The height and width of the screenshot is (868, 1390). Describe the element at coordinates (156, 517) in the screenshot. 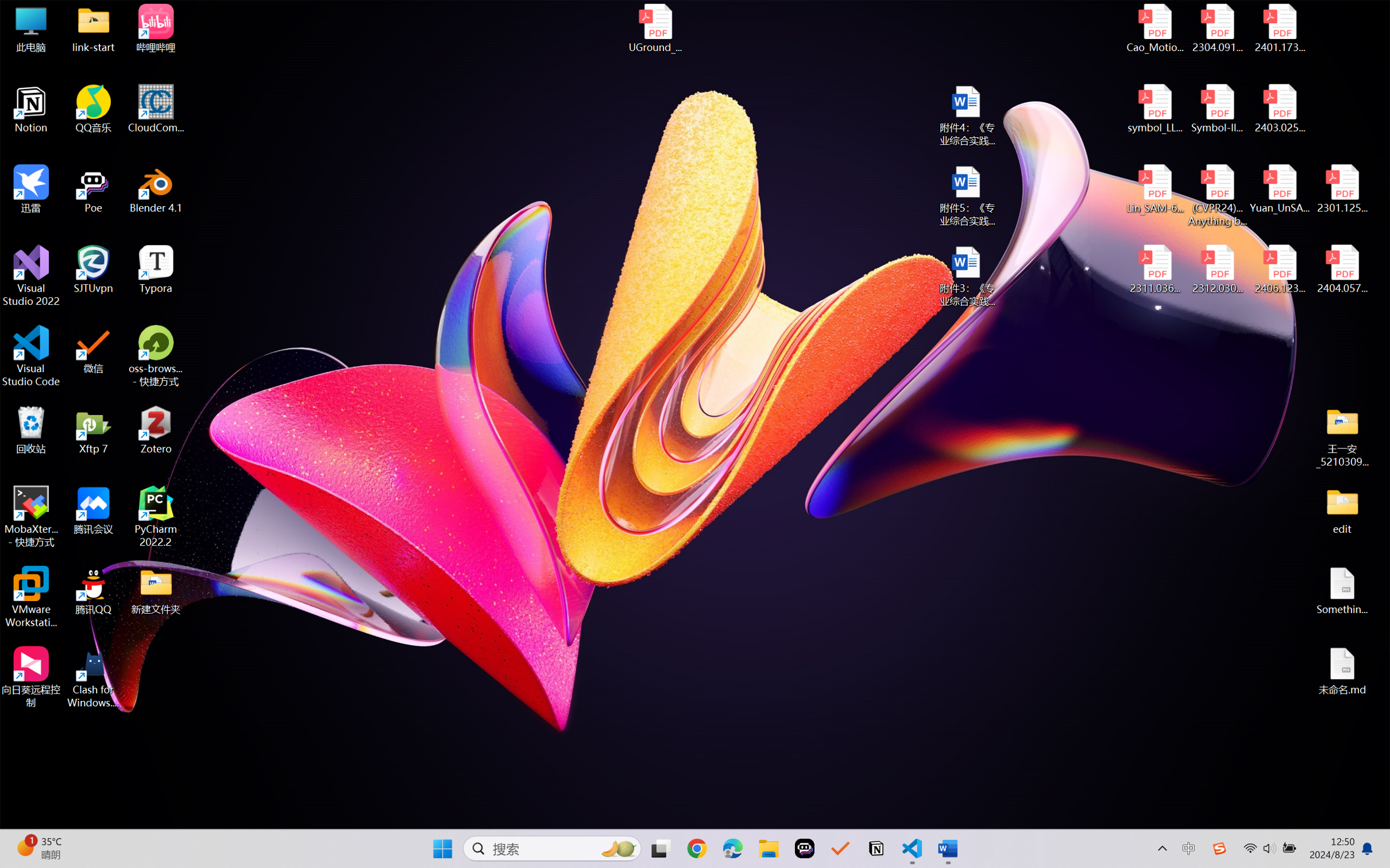

I see `'PyCharm 2022.2'` at that location.